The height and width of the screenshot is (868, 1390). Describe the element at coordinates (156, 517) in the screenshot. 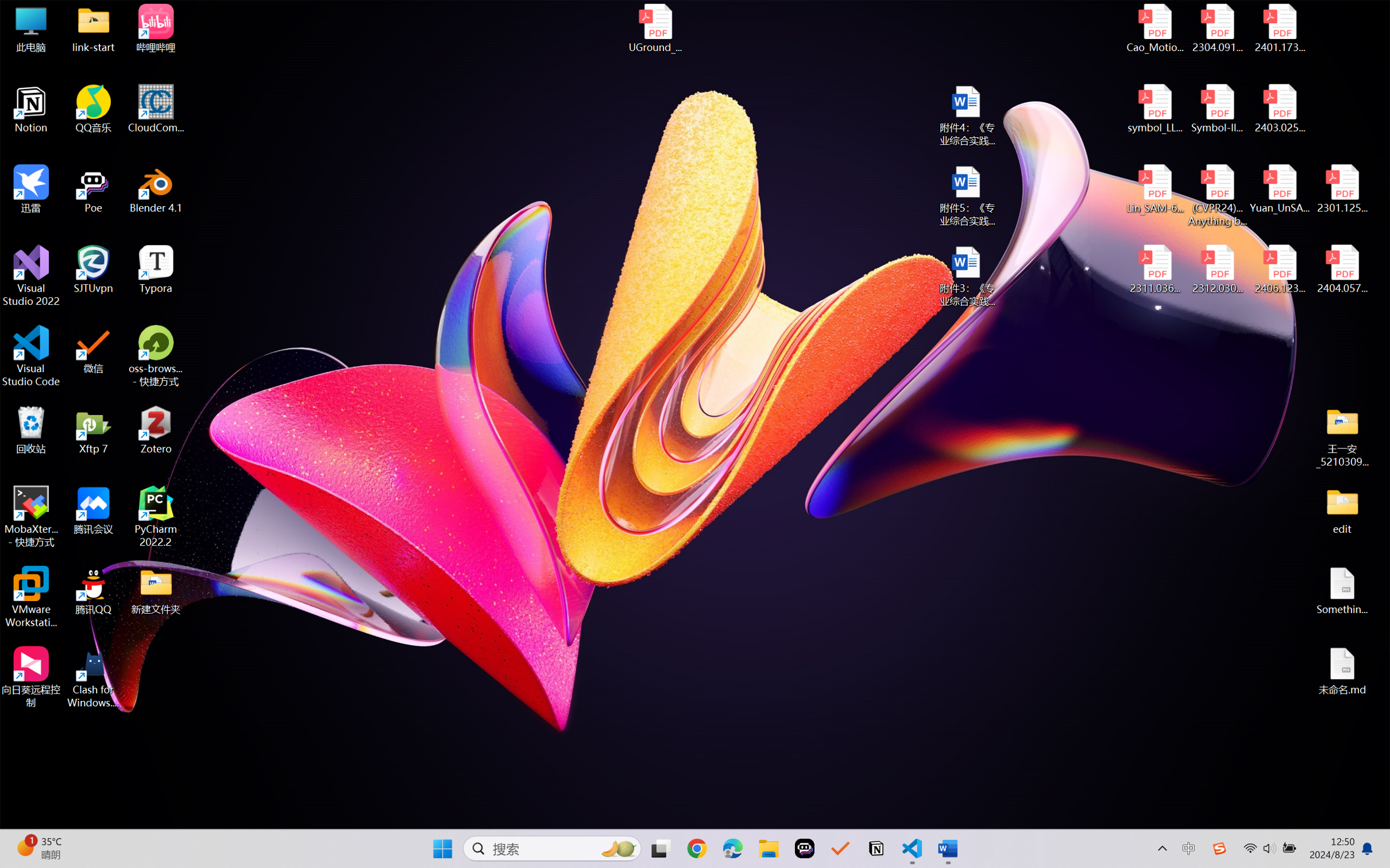

I see `'PyCharm 2022.2'` at that location.